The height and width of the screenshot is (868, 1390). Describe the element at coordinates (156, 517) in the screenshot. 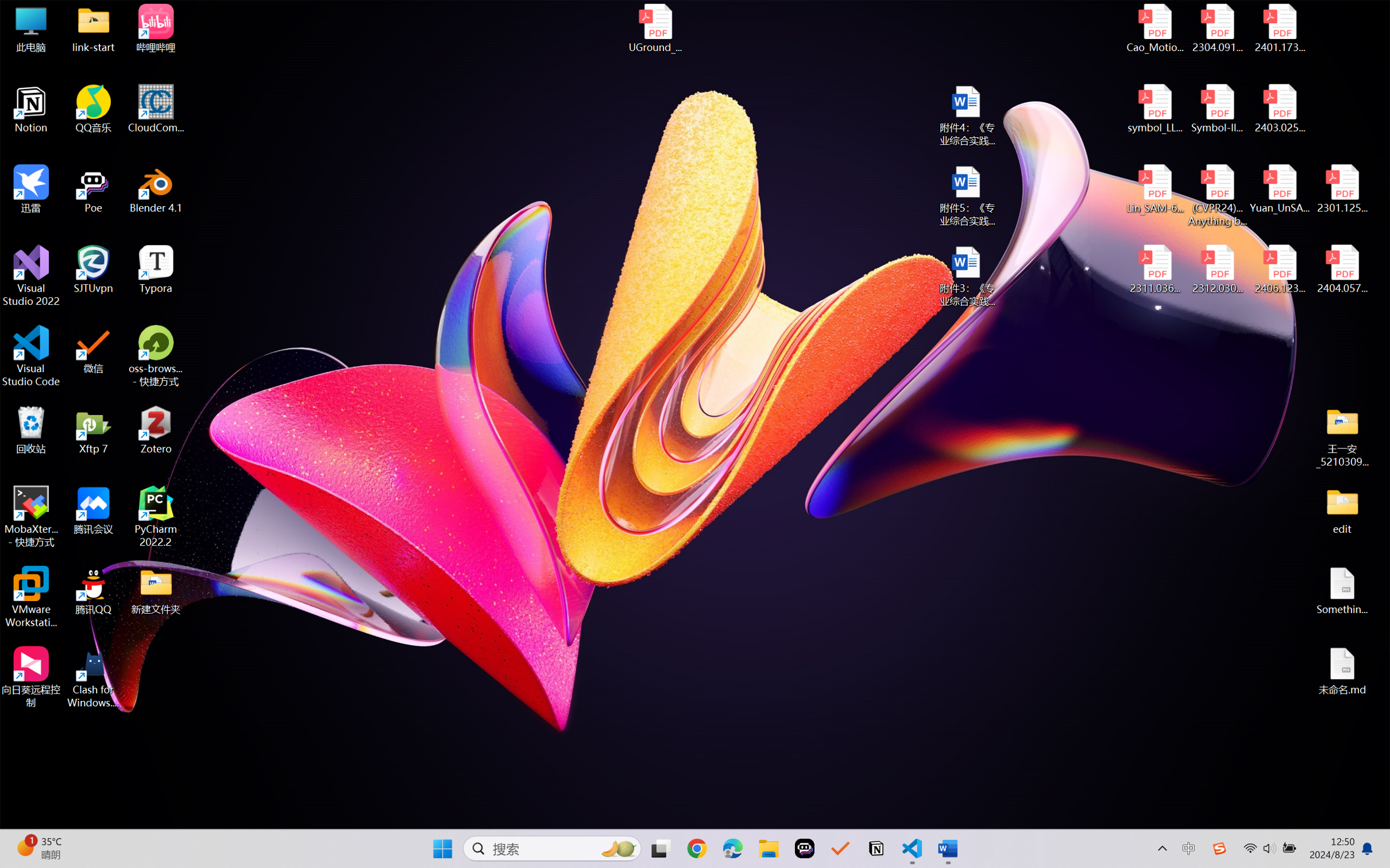

I see `'PyCharm 2022.2'` at that location.